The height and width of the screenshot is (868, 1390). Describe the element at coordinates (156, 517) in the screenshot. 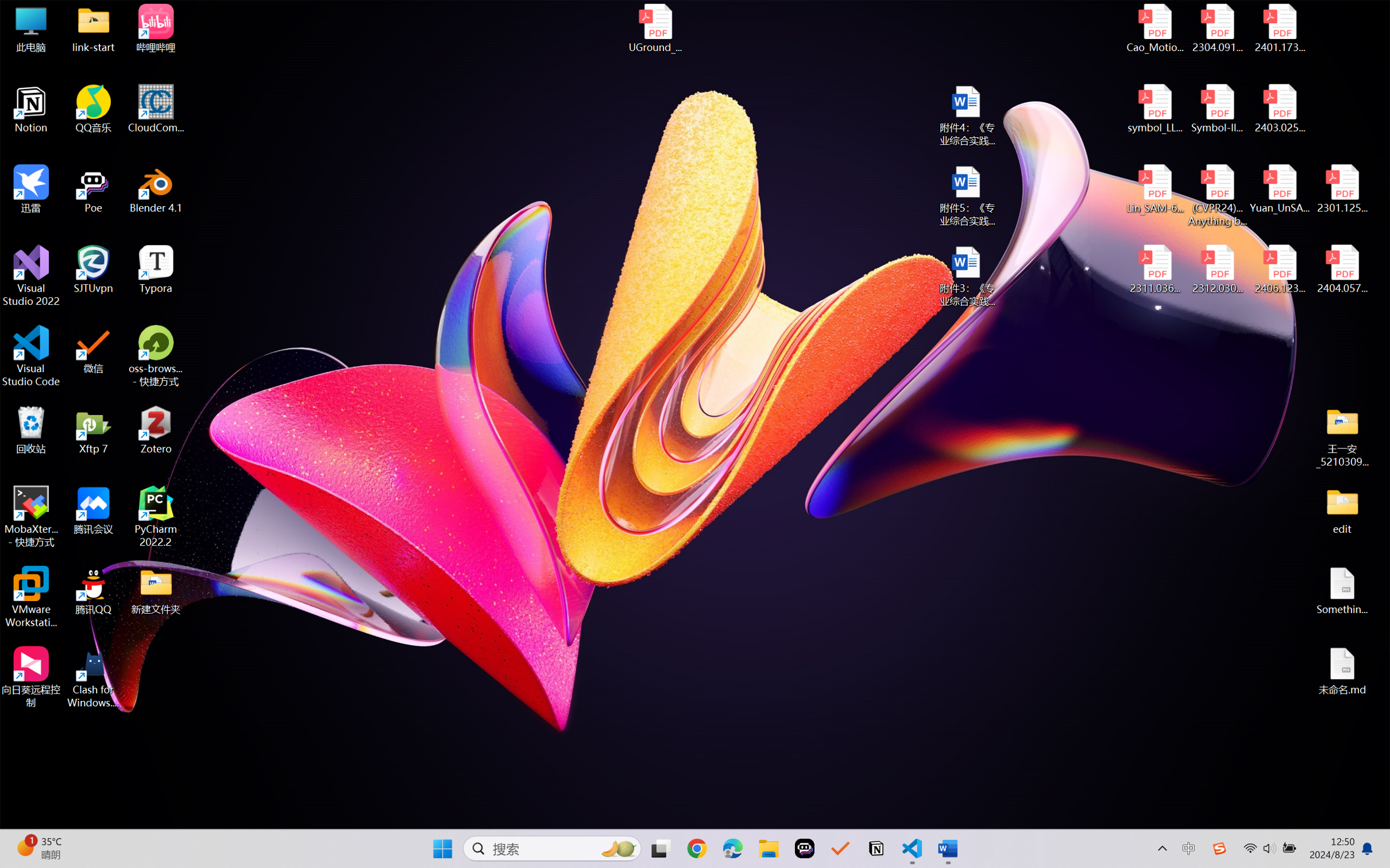

I see `'PyCharm 2022.2'` at that location.